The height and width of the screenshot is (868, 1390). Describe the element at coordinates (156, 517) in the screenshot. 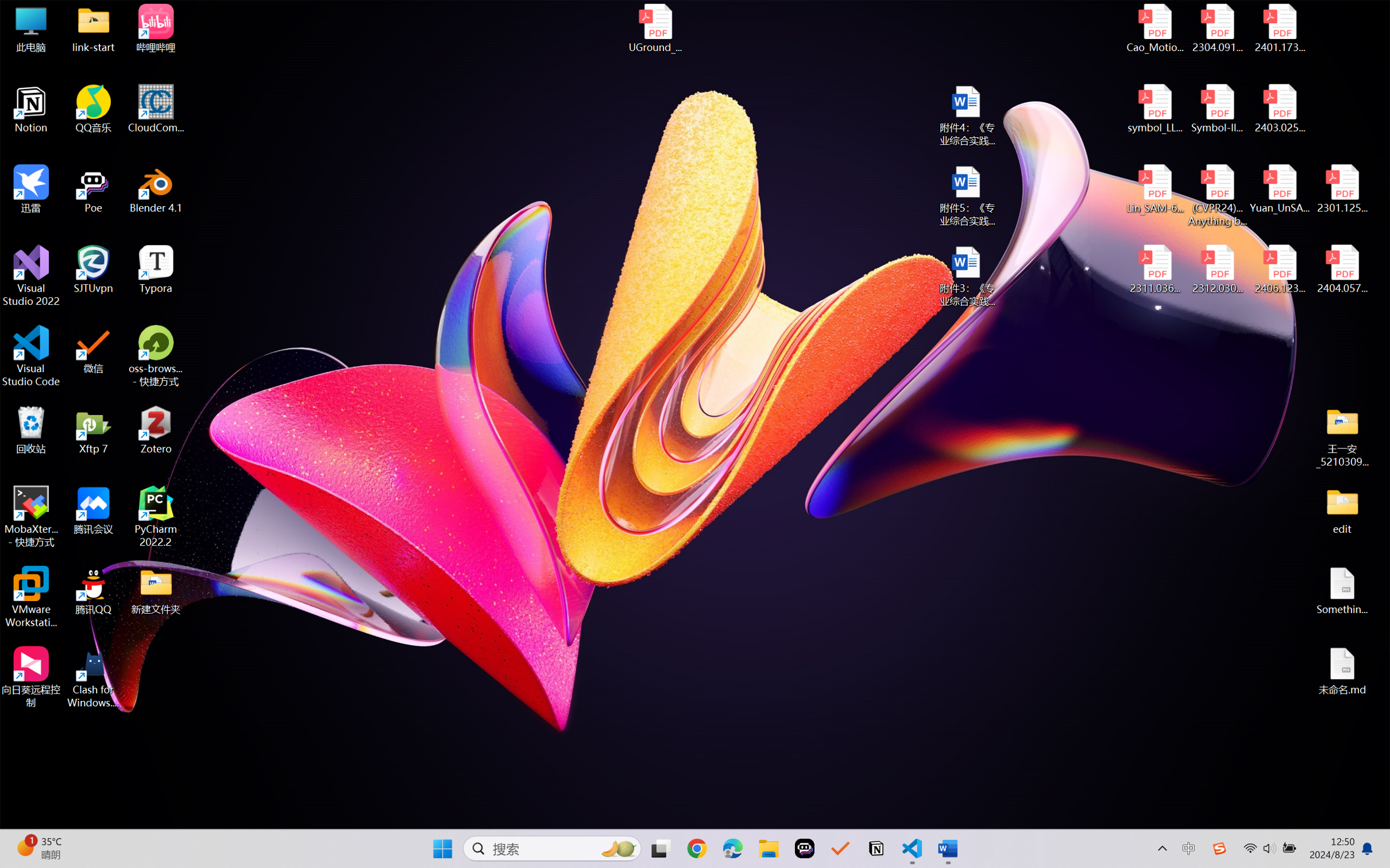

I see `'PyCharm 2022.2'` at that location.